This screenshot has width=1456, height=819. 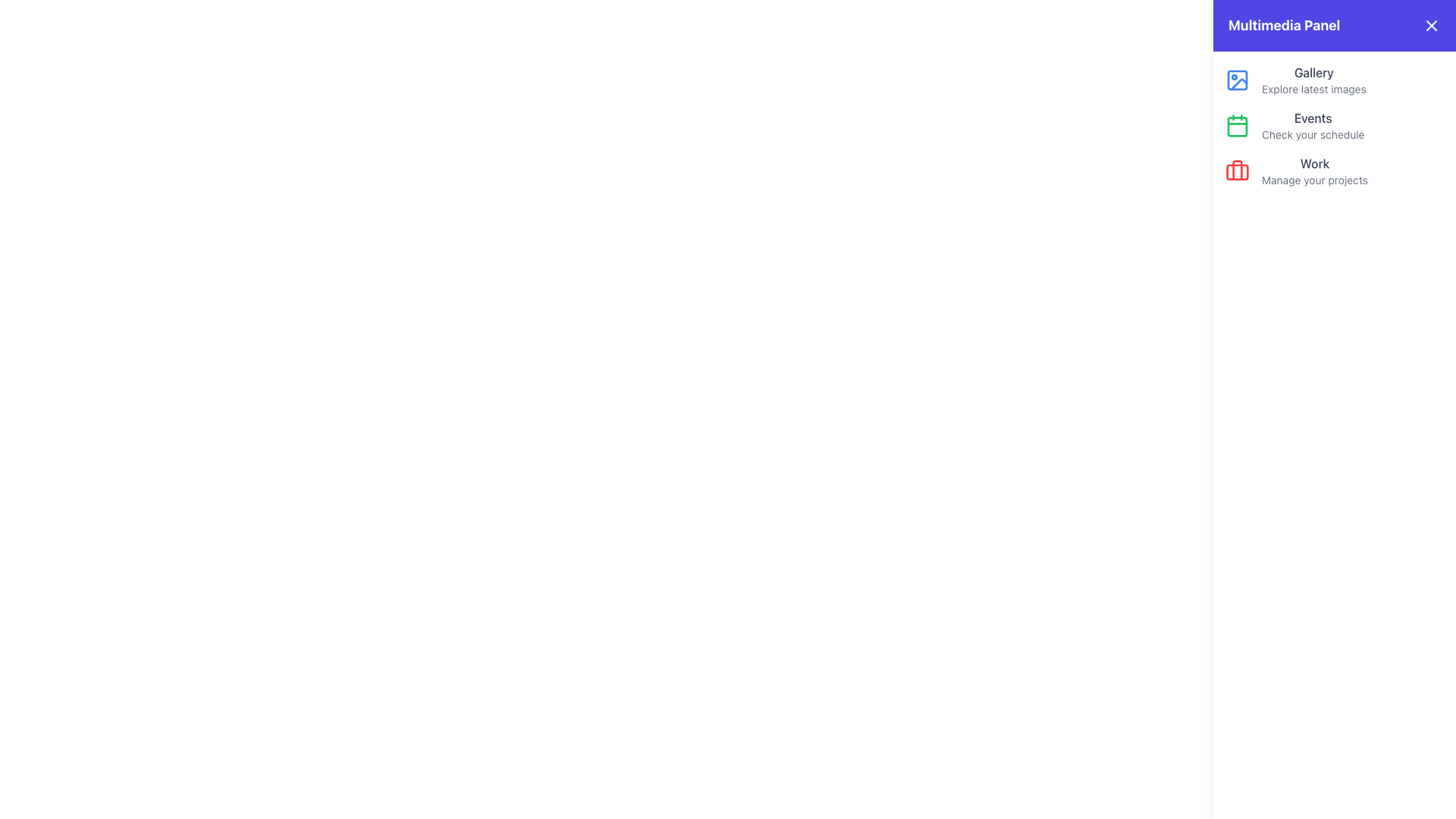 I want to click on the 'Work' icon in the Multimedia Panel, which represents the management of projects, so click(x=1238, y=171).